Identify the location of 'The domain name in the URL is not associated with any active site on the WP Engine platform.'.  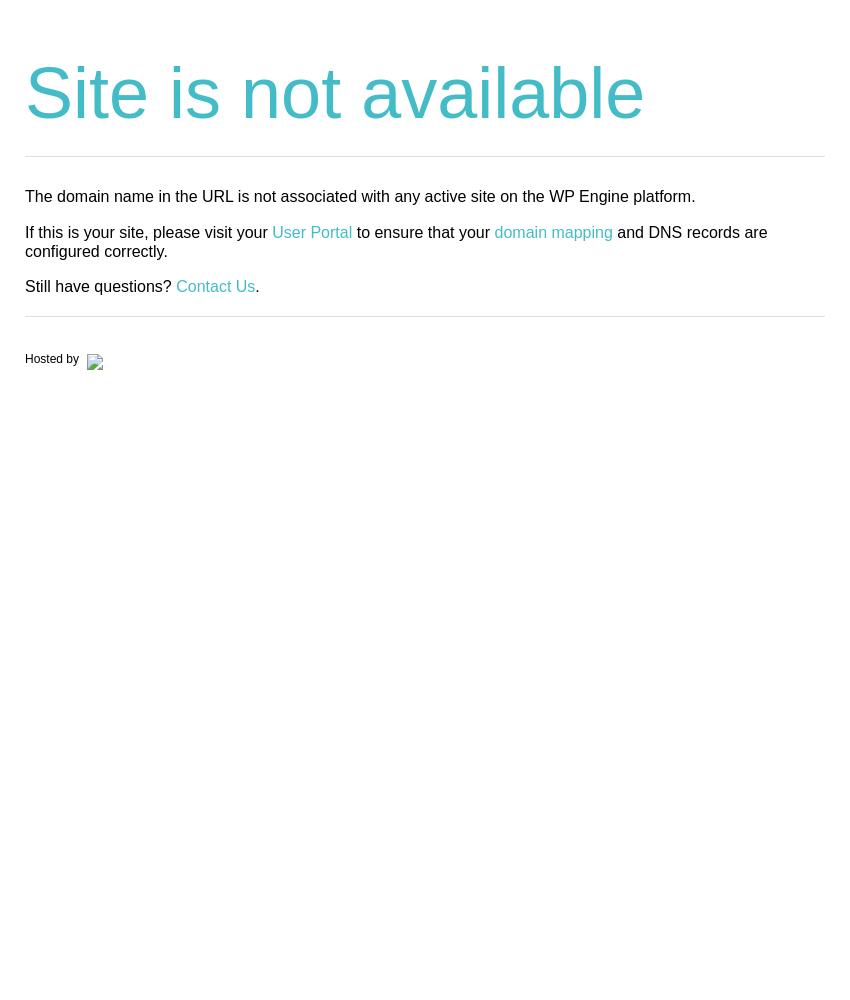
(358, 195).